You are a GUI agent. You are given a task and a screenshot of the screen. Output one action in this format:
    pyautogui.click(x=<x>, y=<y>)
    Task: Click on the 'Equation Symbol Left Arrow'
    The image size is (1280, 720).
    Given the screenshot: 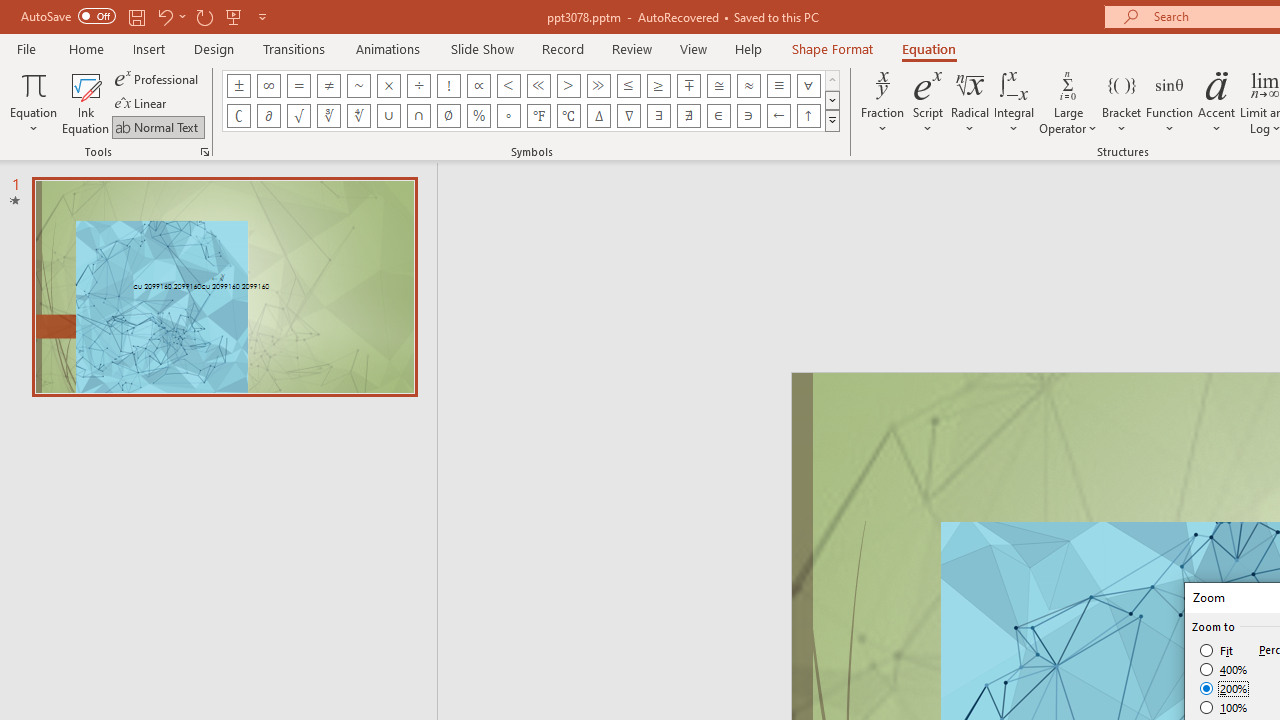 What is the action you would take?
    pyautogui.click(x=777, y=115)
    